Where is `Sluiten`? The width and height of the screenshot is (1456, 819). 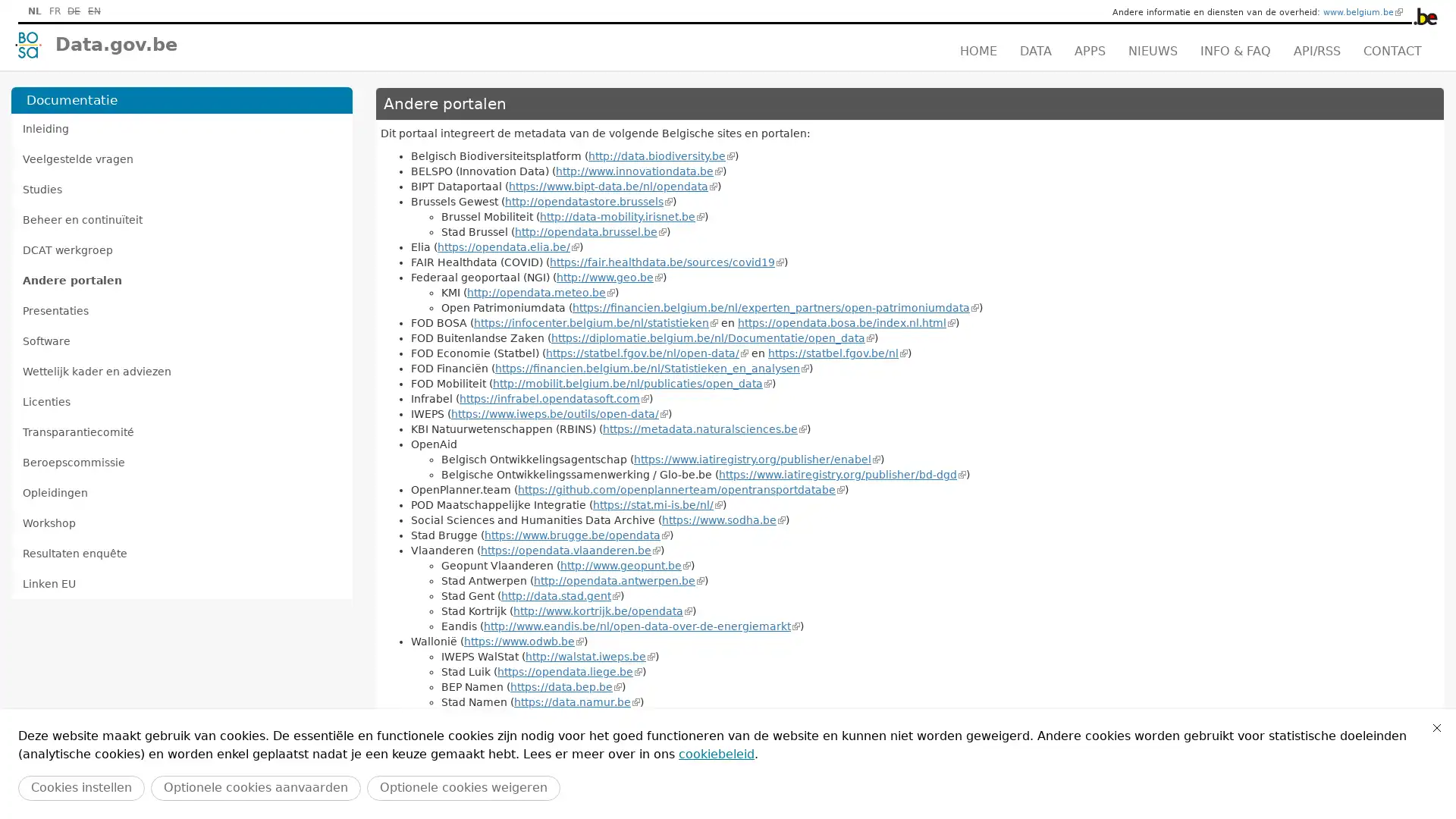 Sluiten is located at coordinates (1436, 727).